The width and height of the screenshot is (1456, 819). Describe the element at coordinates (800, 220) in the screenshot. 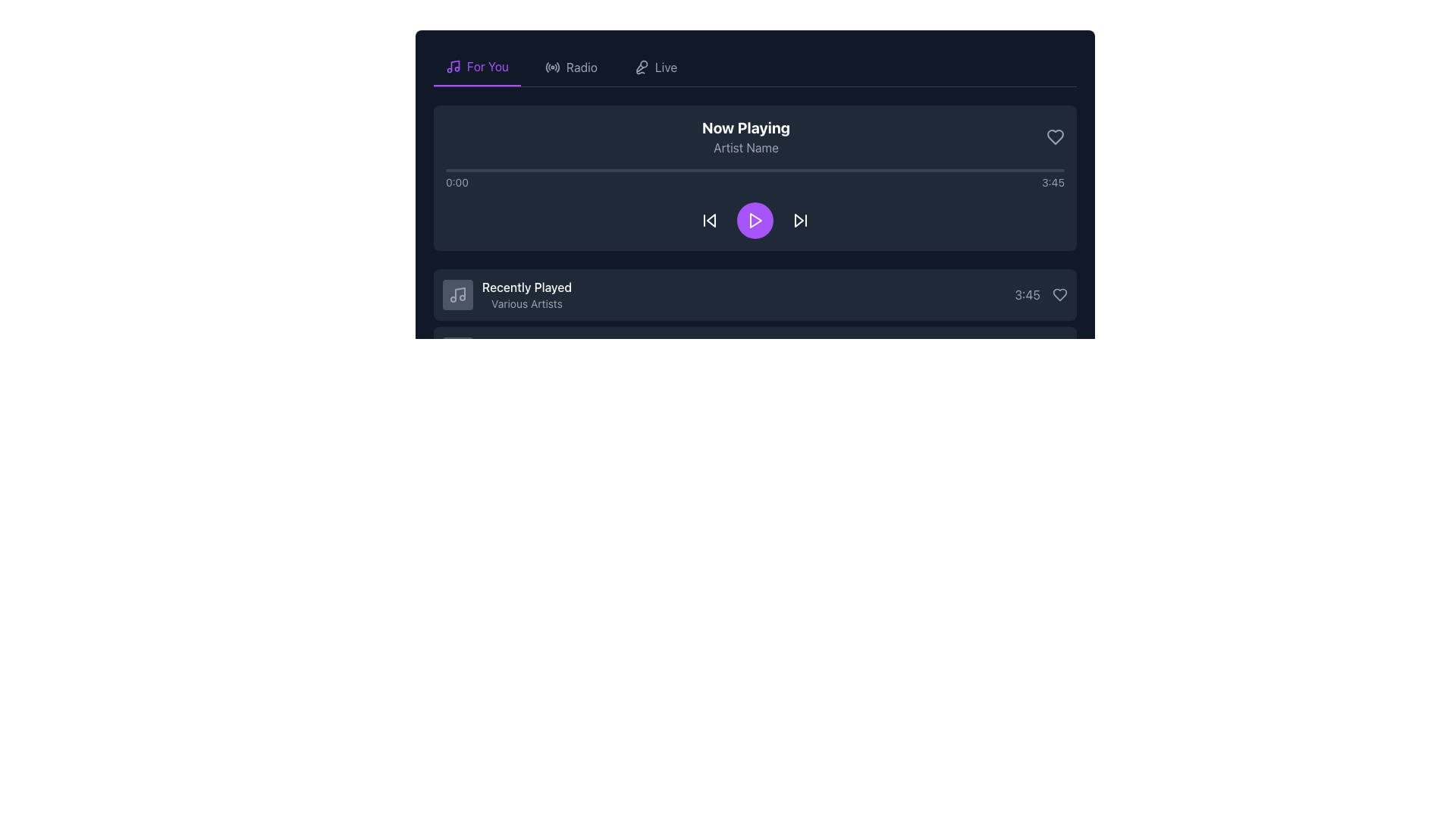

I see `the skip button located to the right of the play button and the skip-backward button to activate the hover effect` at that location.